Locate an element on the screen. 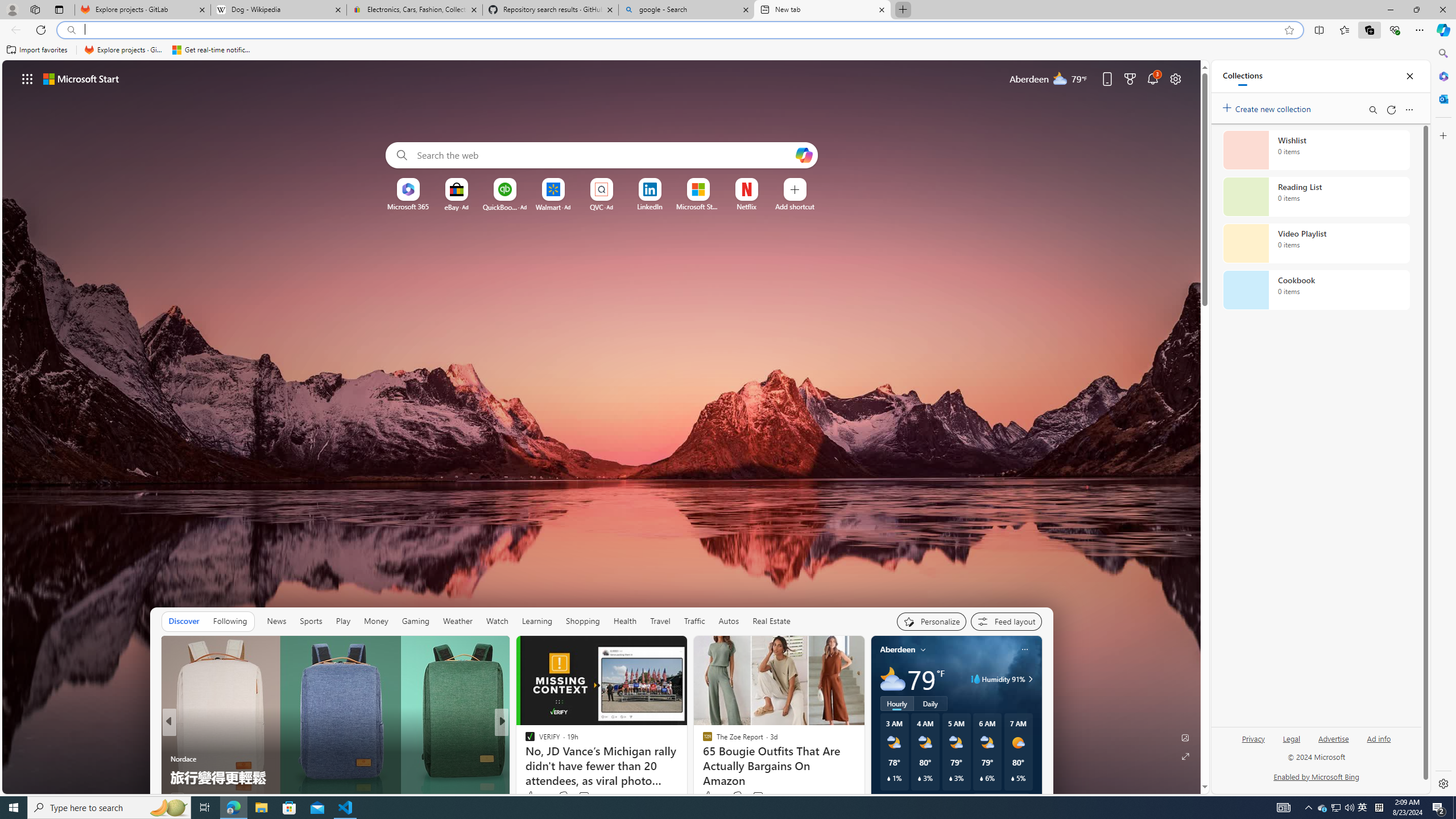  'CNBC' is located at coordinates (524, 741).